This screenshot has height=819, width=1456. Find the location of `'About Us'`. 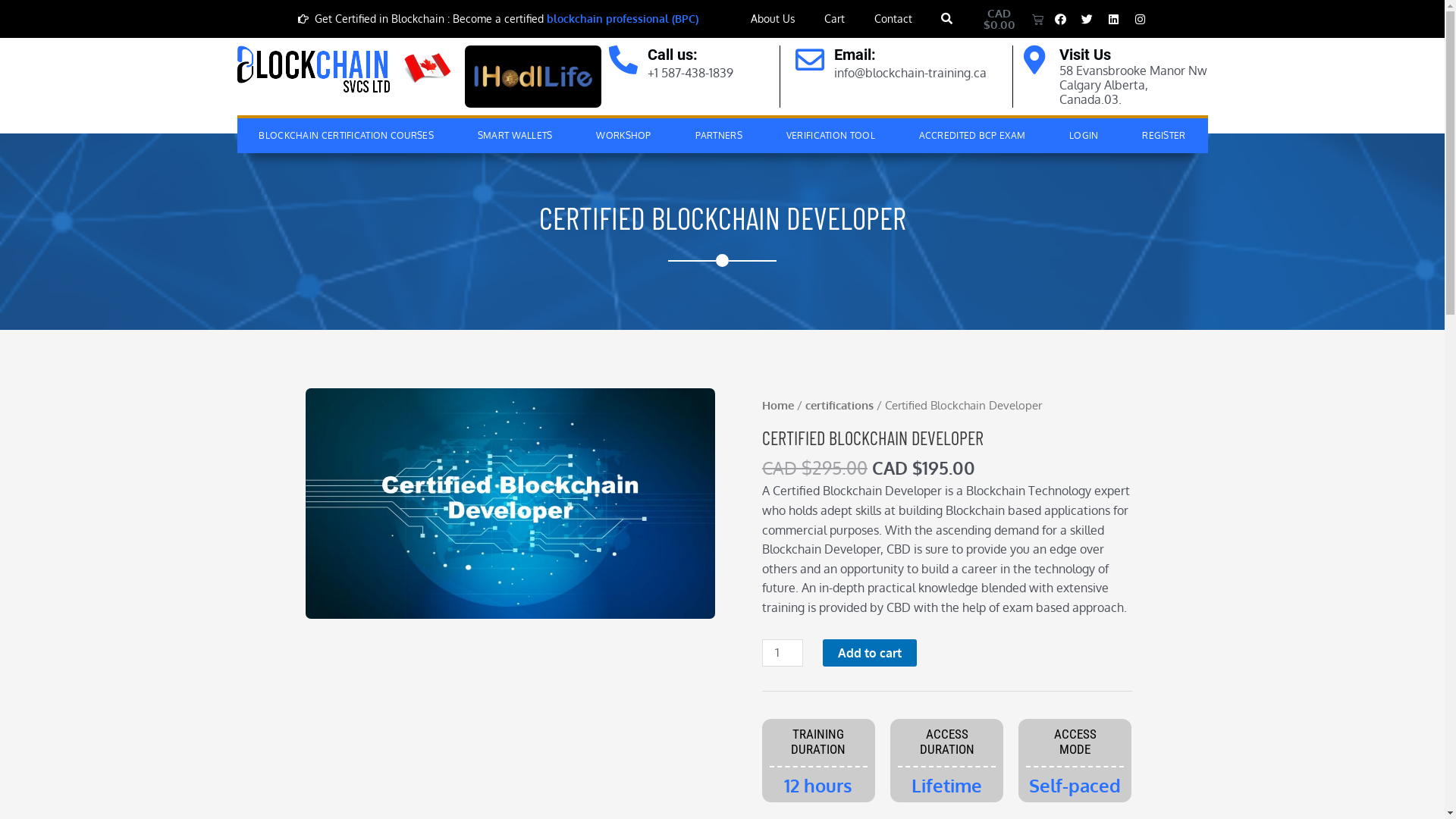

'About Us' is located at coordinates (773, 18).